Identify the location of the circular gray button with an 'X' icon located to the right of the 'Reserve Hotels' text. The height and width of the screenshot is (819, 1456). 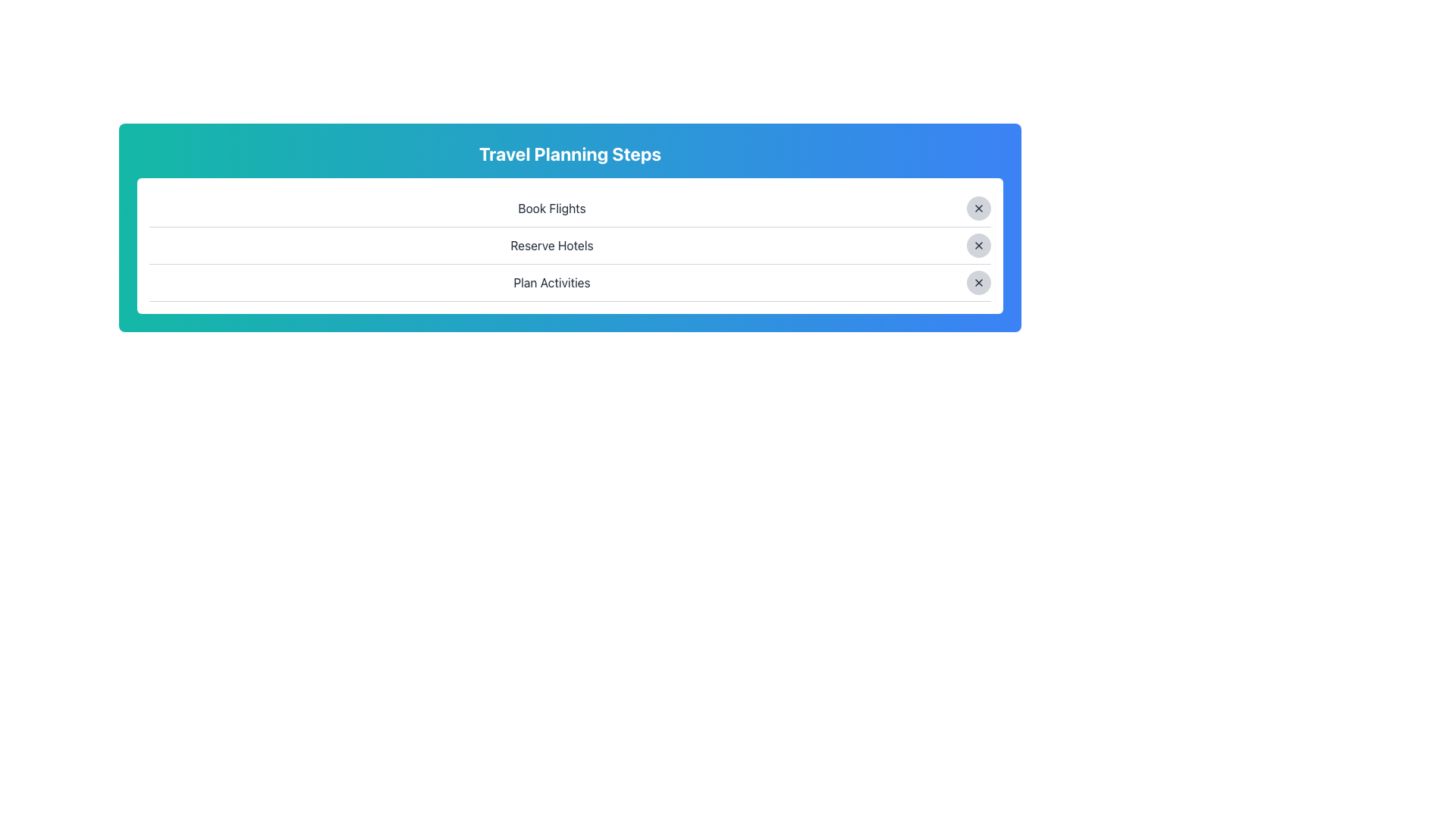
(979, 245).